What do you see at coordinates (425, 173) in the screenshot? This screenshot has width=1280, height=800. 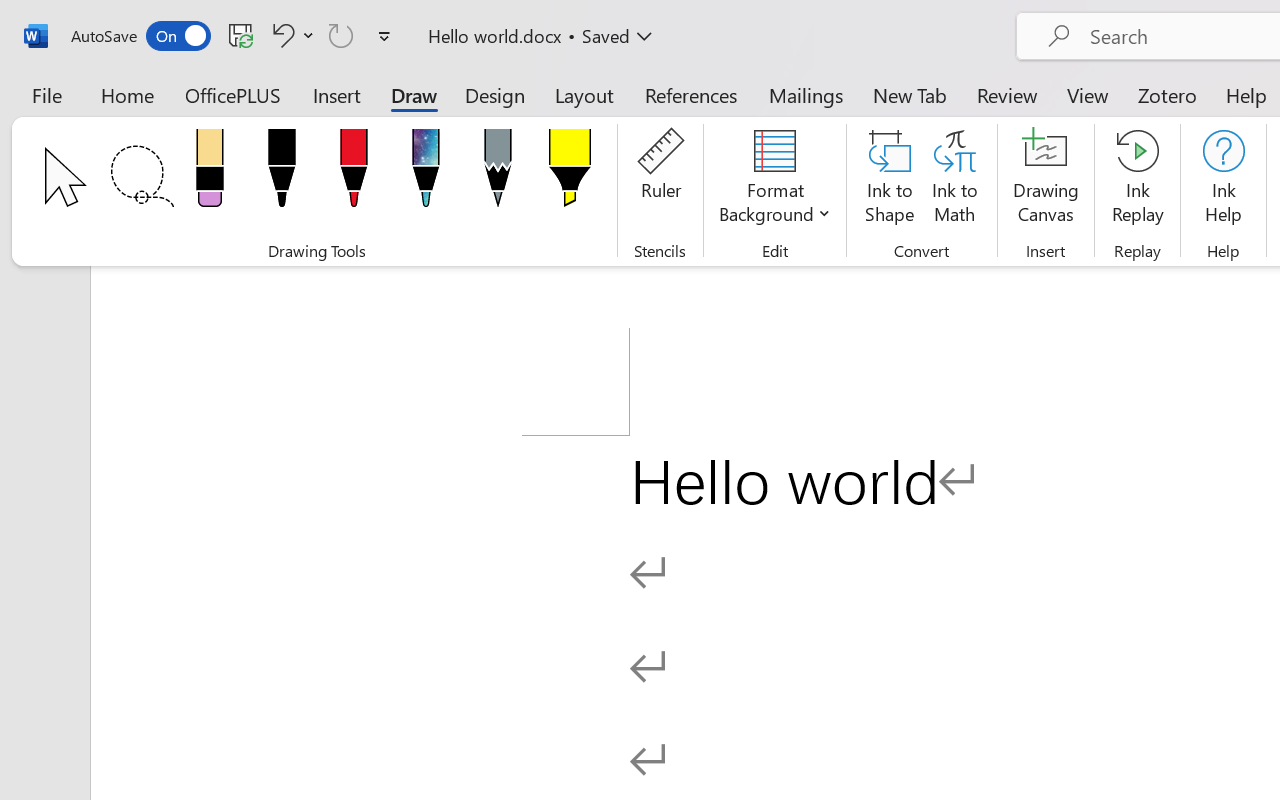 I see `'Pen: Galaxy, 1 mm'` at bounding box center [425, 173].